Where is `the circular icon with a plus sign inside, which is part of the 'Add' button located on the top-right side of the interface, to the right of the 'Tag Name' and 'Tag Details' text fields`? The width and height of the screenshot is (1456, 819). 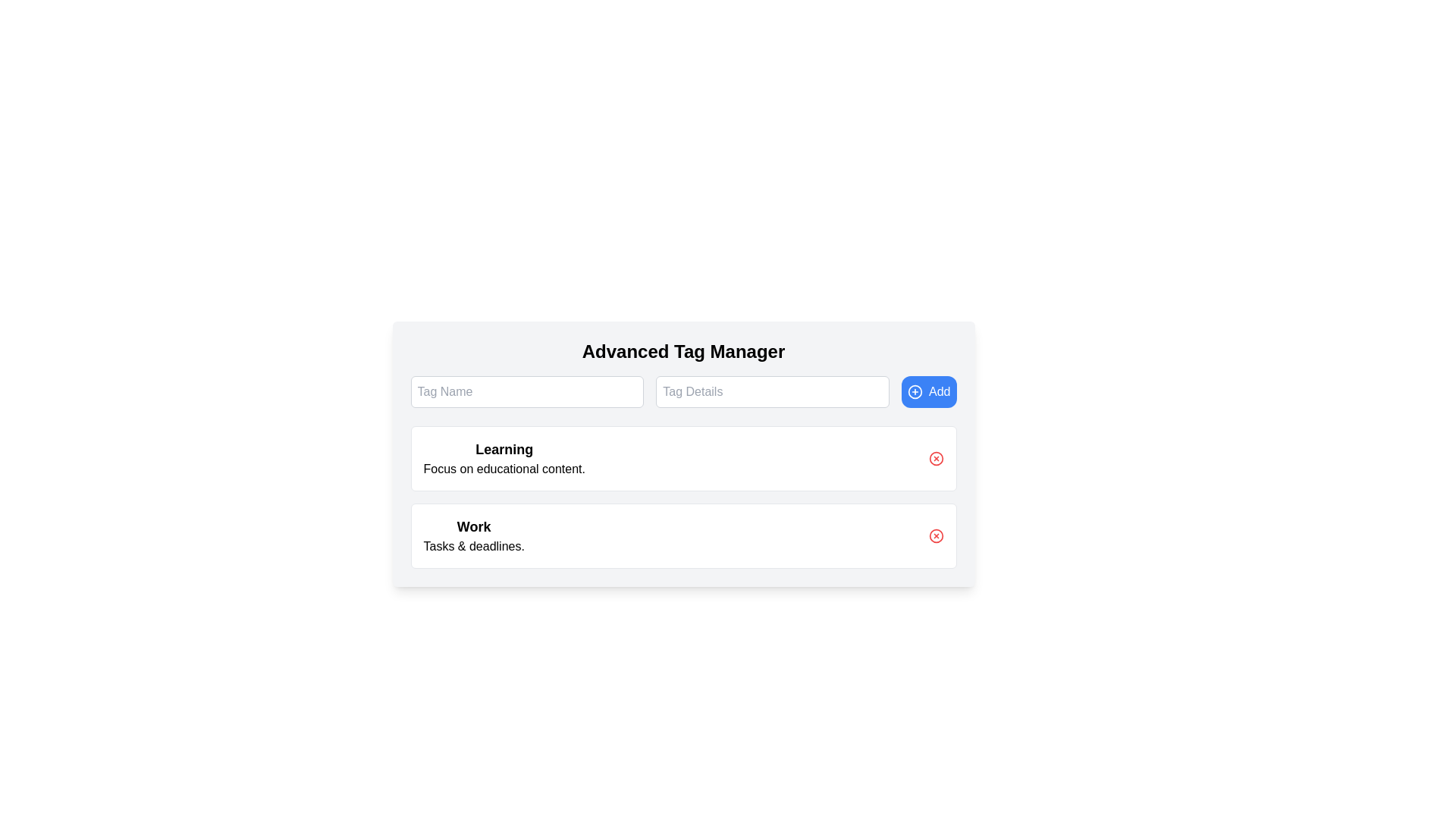
the circular icon with a plus sign inside, which is part of the 'Add' button located on the top-right side of the interface, to the right of the 'Tag Name' and 'Tag Details' text fields is located at coordinates (915, 391).